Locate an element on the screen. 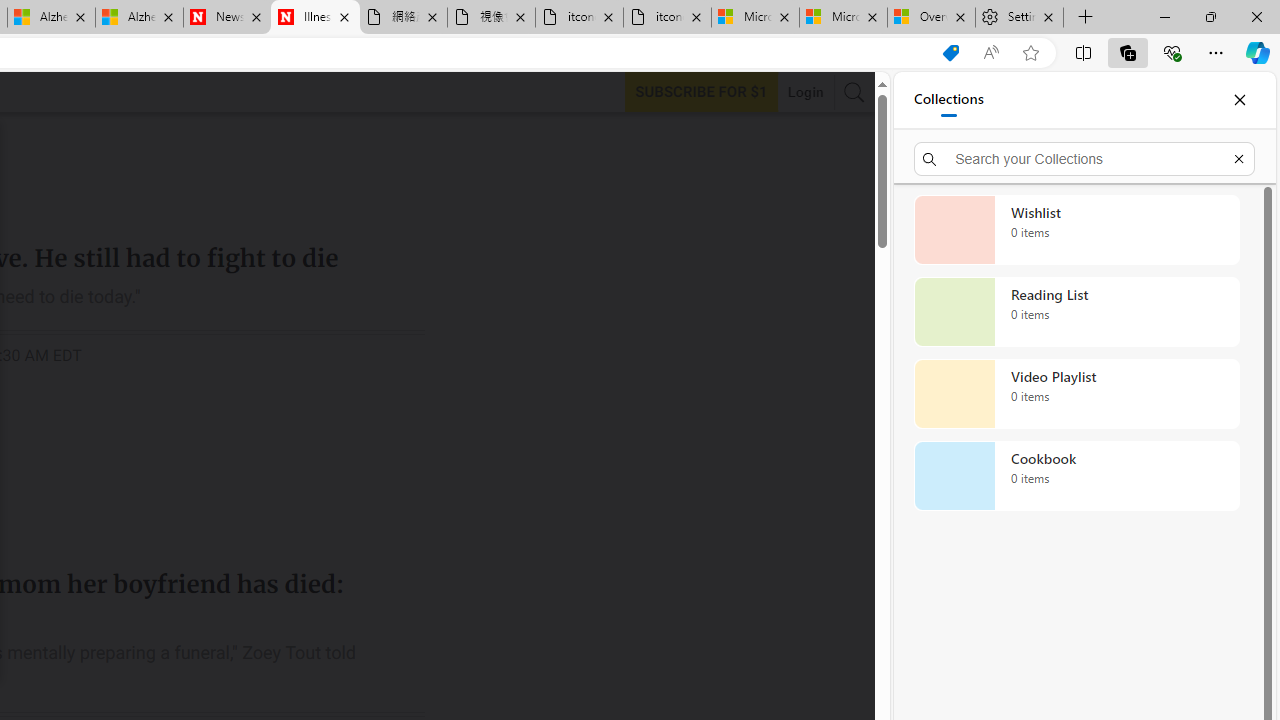 The image size is (1280, 720). 'Illness news & latest pictures from Newsweek.com' is located at coordinates (314, 17).